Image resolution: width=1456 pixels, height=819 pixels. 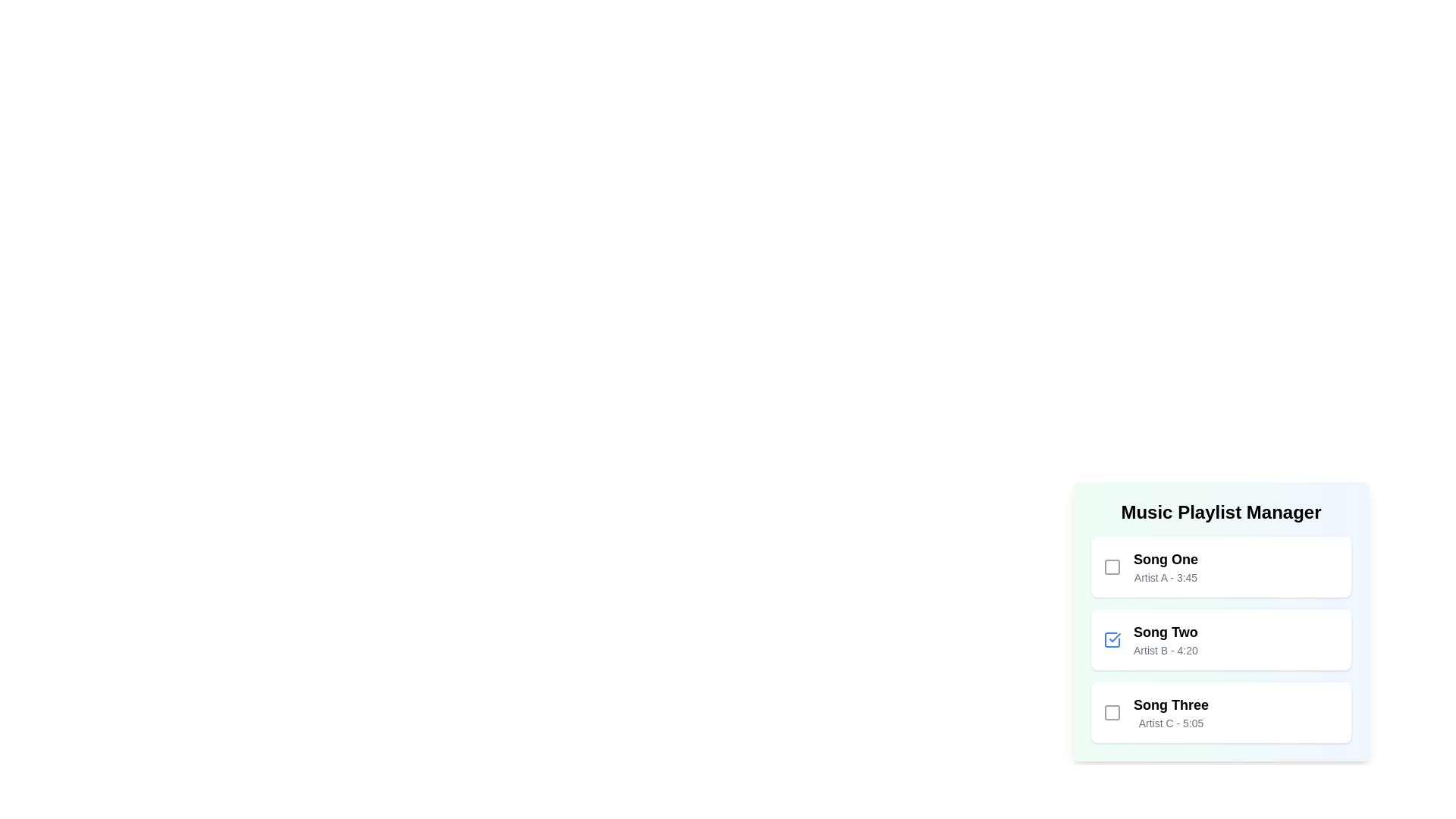 I want to click on the List Item with Checkbox representing the second song in the Music Playlist Manager, so click(x=1221, y=640).